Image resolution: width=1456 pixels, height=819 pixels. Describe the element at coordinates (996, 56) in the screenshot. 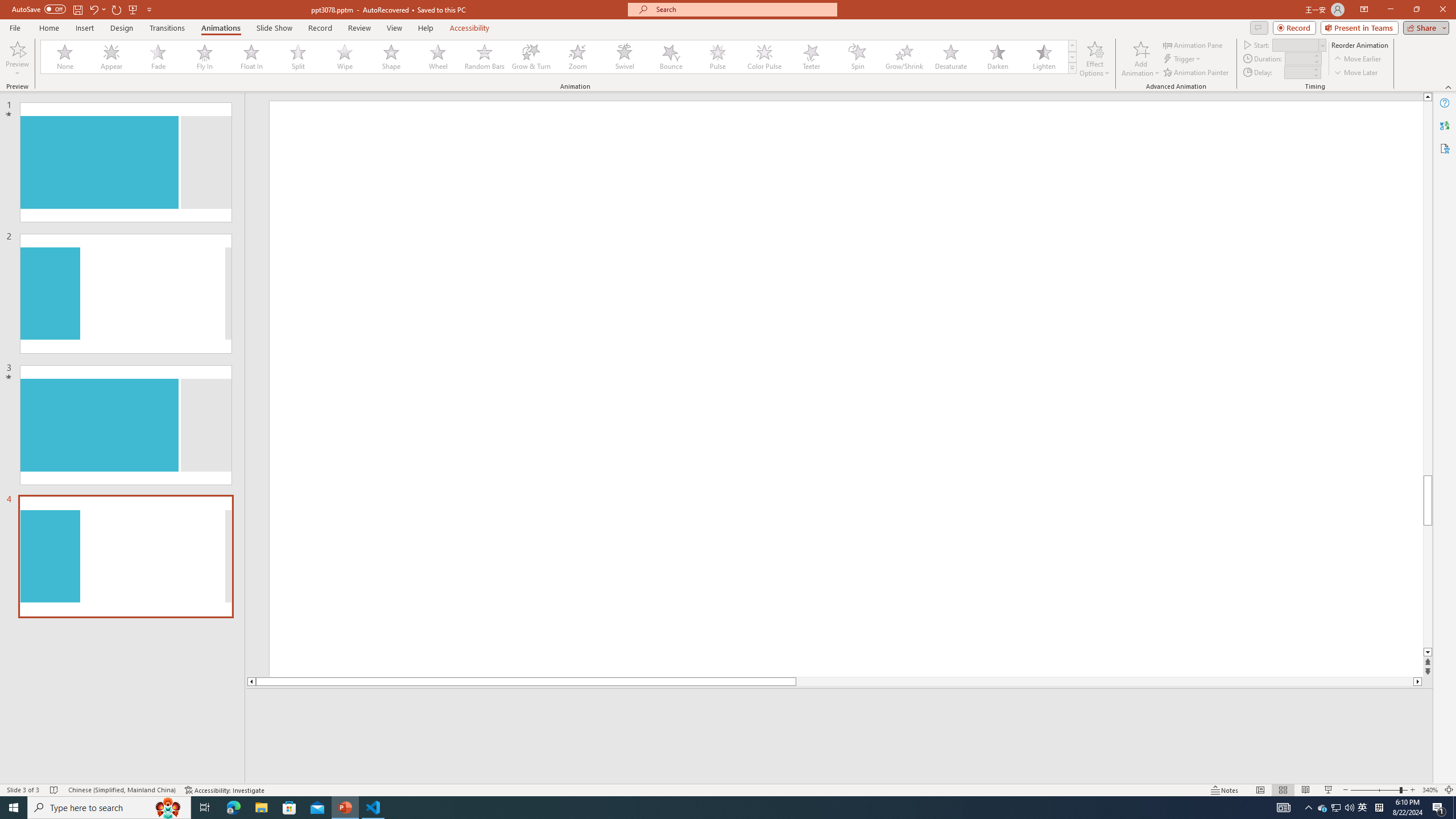

I see `'Darken'` at that location.